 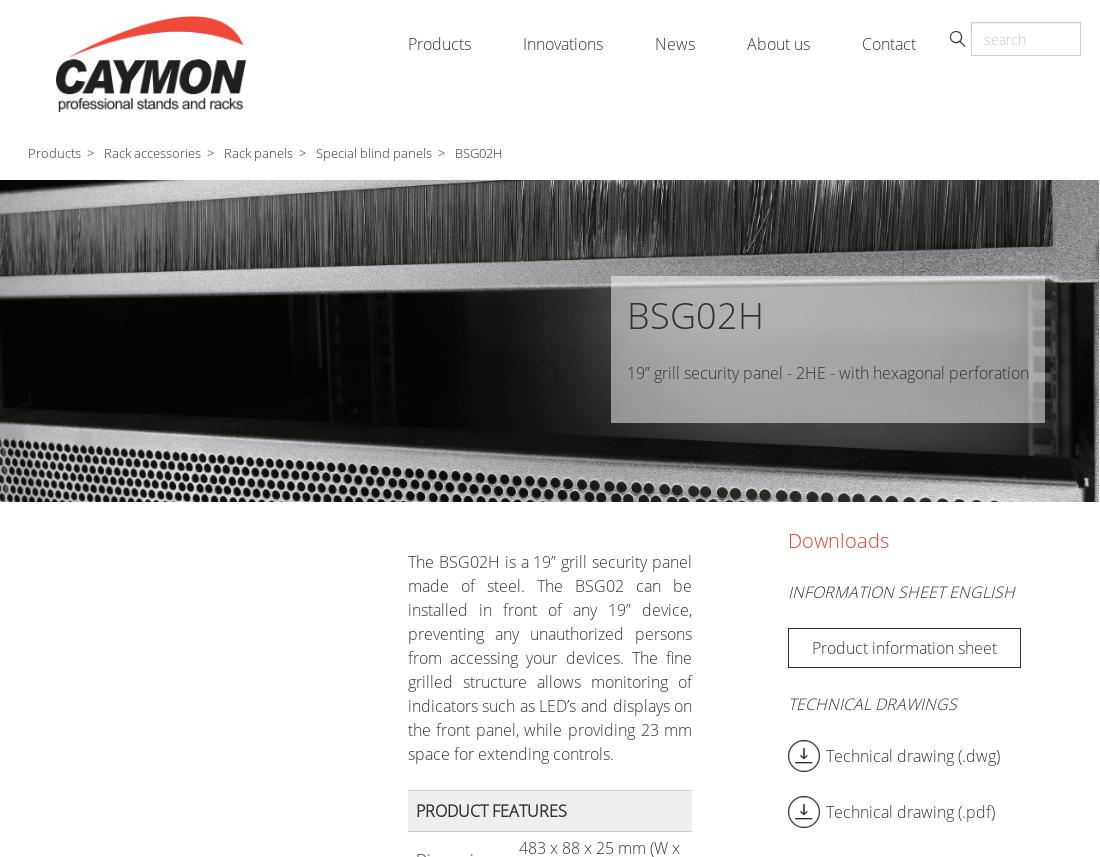 I want to click on 'The BSG02H is a 19” grill security panel made of steel. The BSG02 can be installed in front of any 19” device, preventing any unauthorized persons from accessing your devices. The fine grilled structure allows monitoring of indicators such as LED’s and displays on the front panel, while providing 23 mm space for extending controls.', so click(x=549, y=658).